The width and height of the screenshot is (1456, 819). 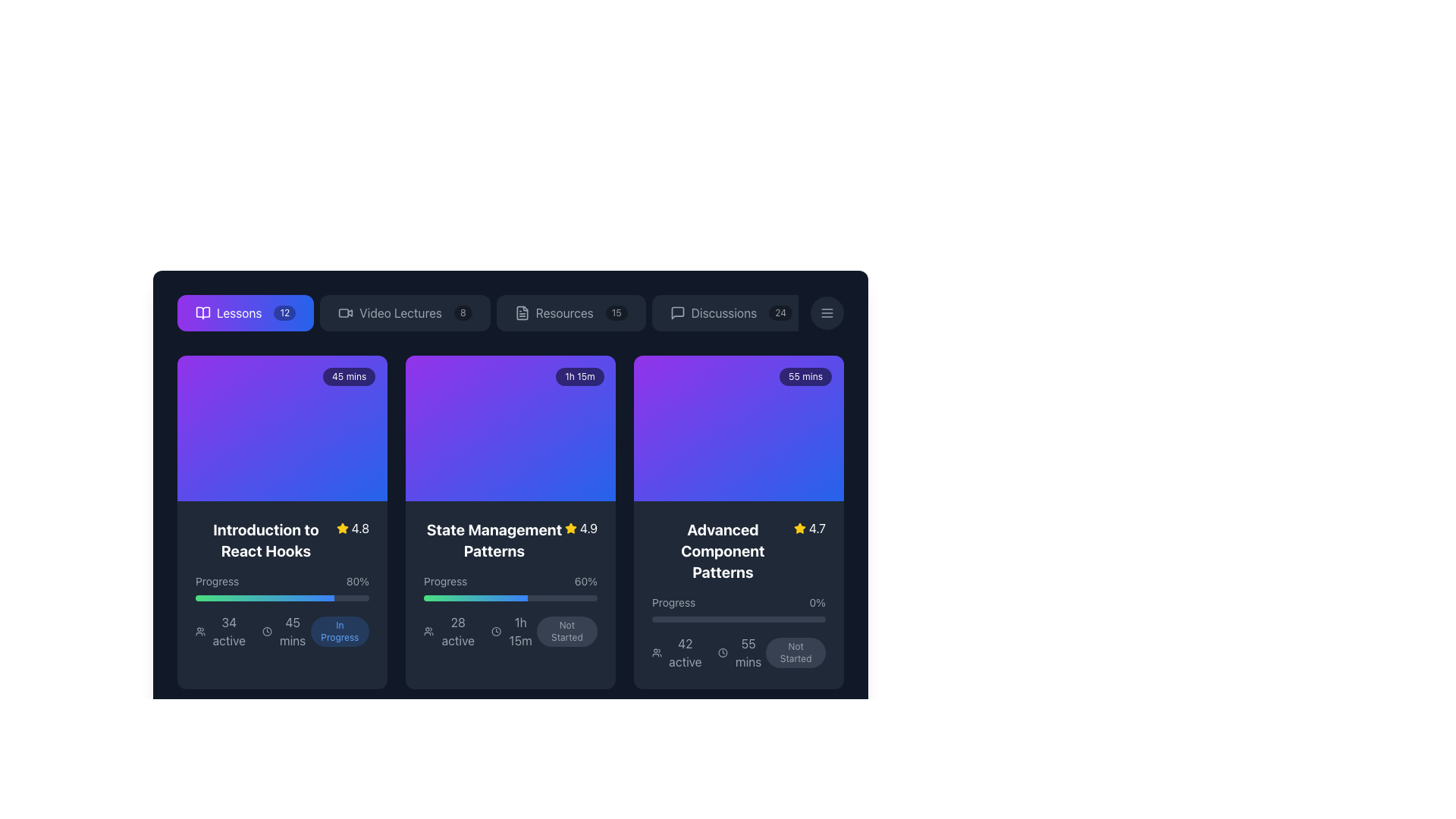 What do you see at coordinates (196, 598) in the screenshot?
I see `the progress bar` at bounding box center [196, 598].